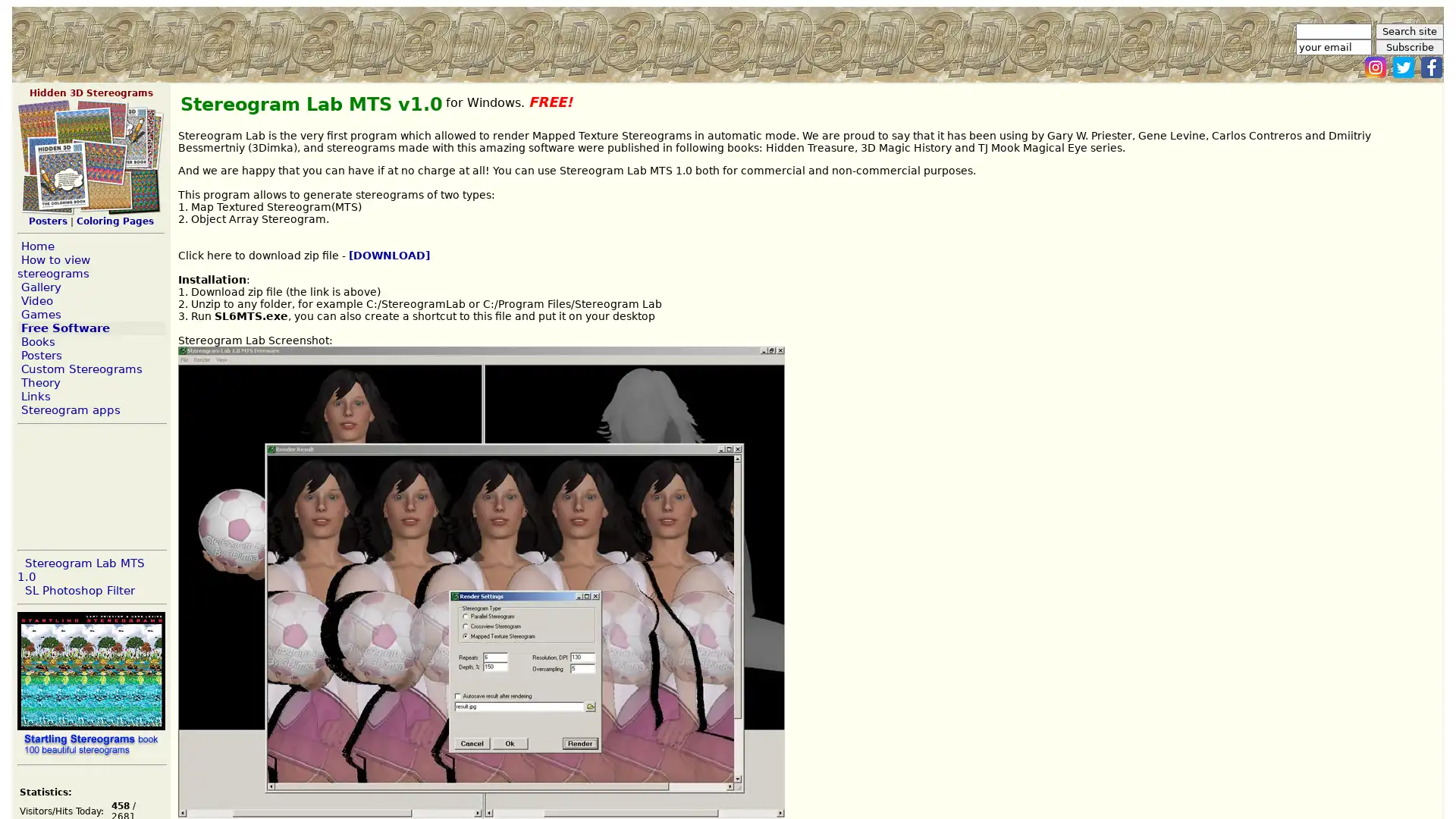 The image size is (1456, 819). Describe the element at coordinates (1408, 31) in the screenshot. I see `Search site` at that location.